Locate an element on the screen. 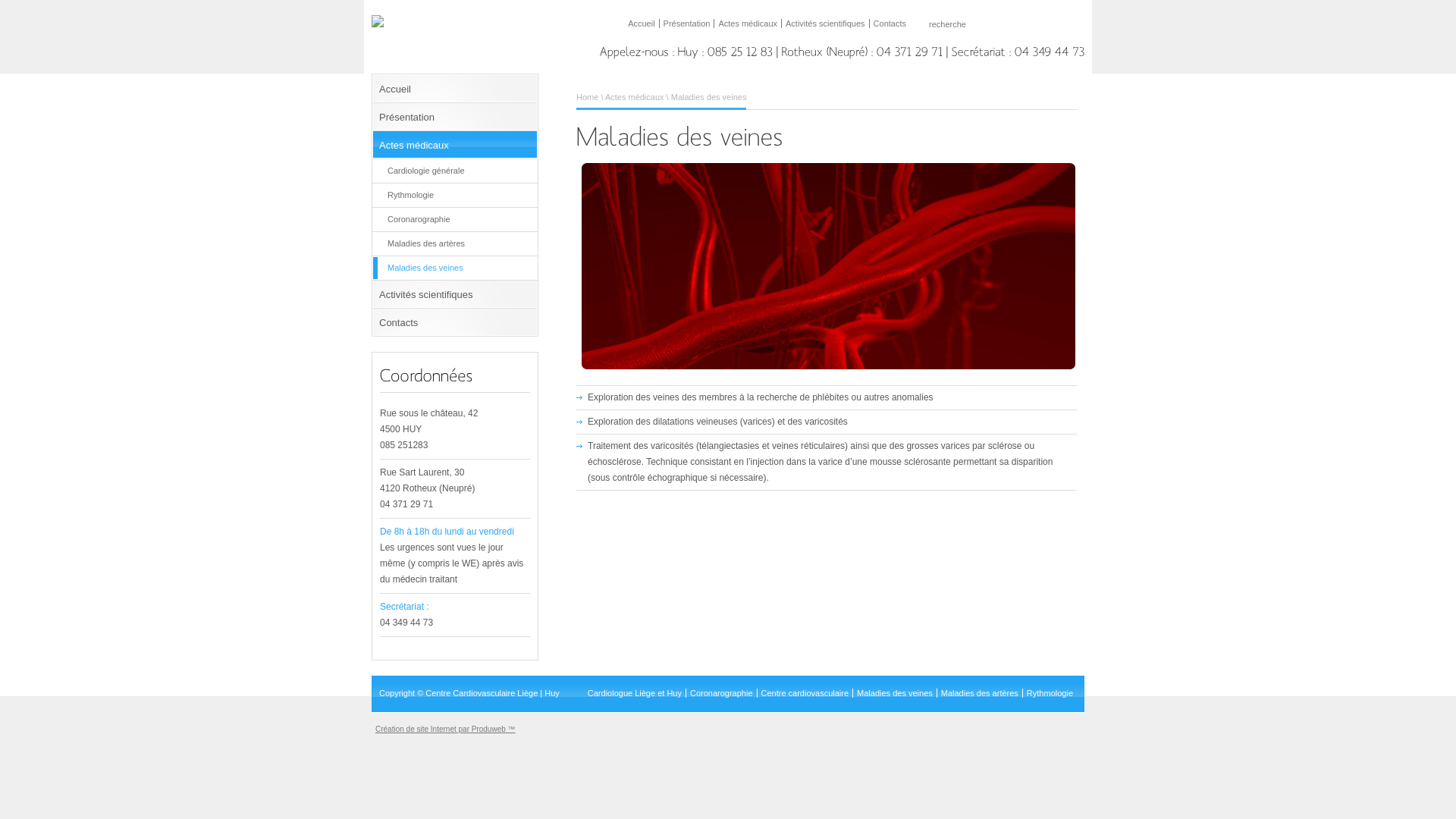 The image size is (1456, 819). 'Accueil' is located at coordinates (454, 89).